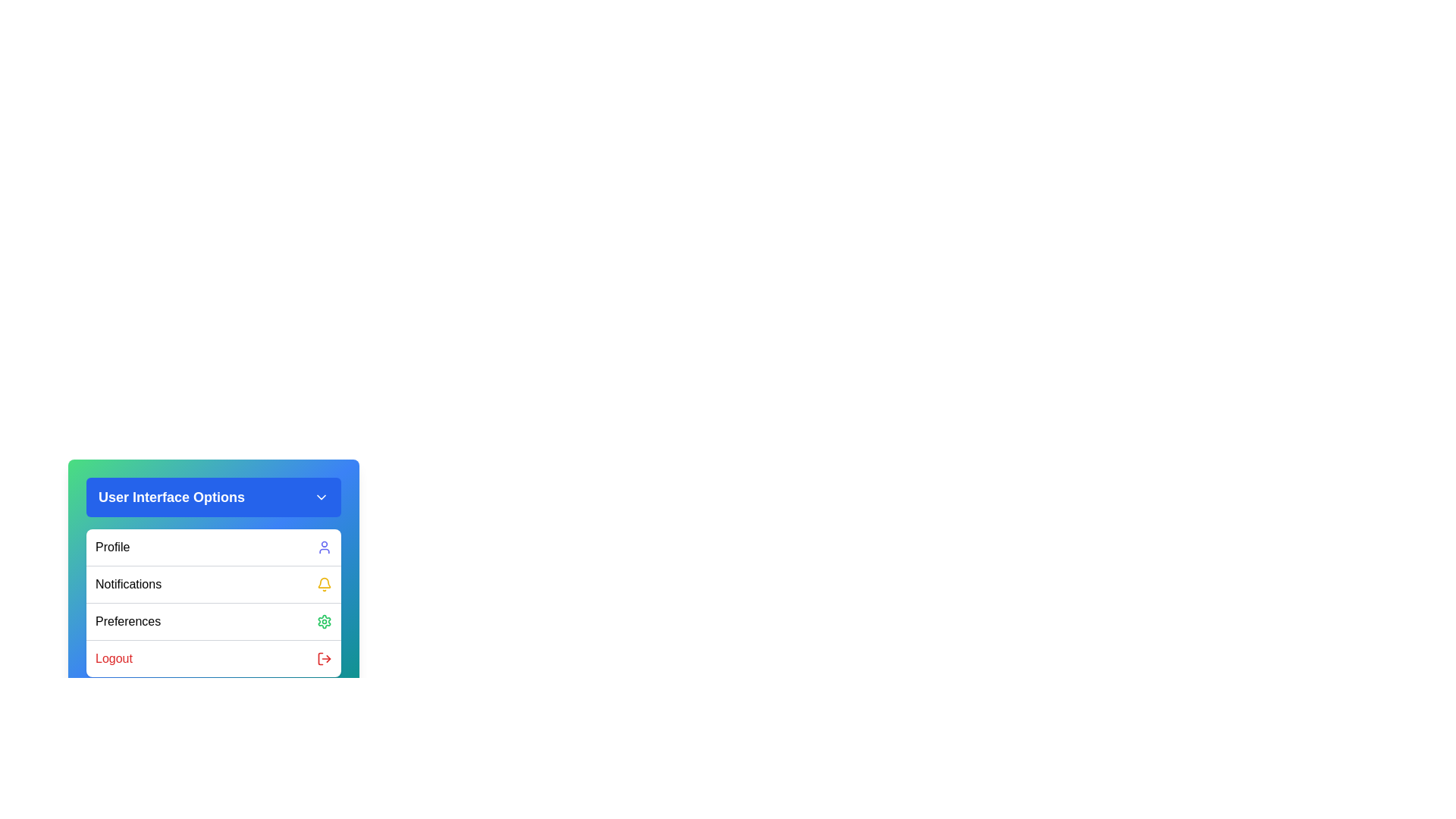  Describe the element at coordinates (213, 497) in the screenshot. I see `the 'User Interface Options' button to toggle the menu` at that location.